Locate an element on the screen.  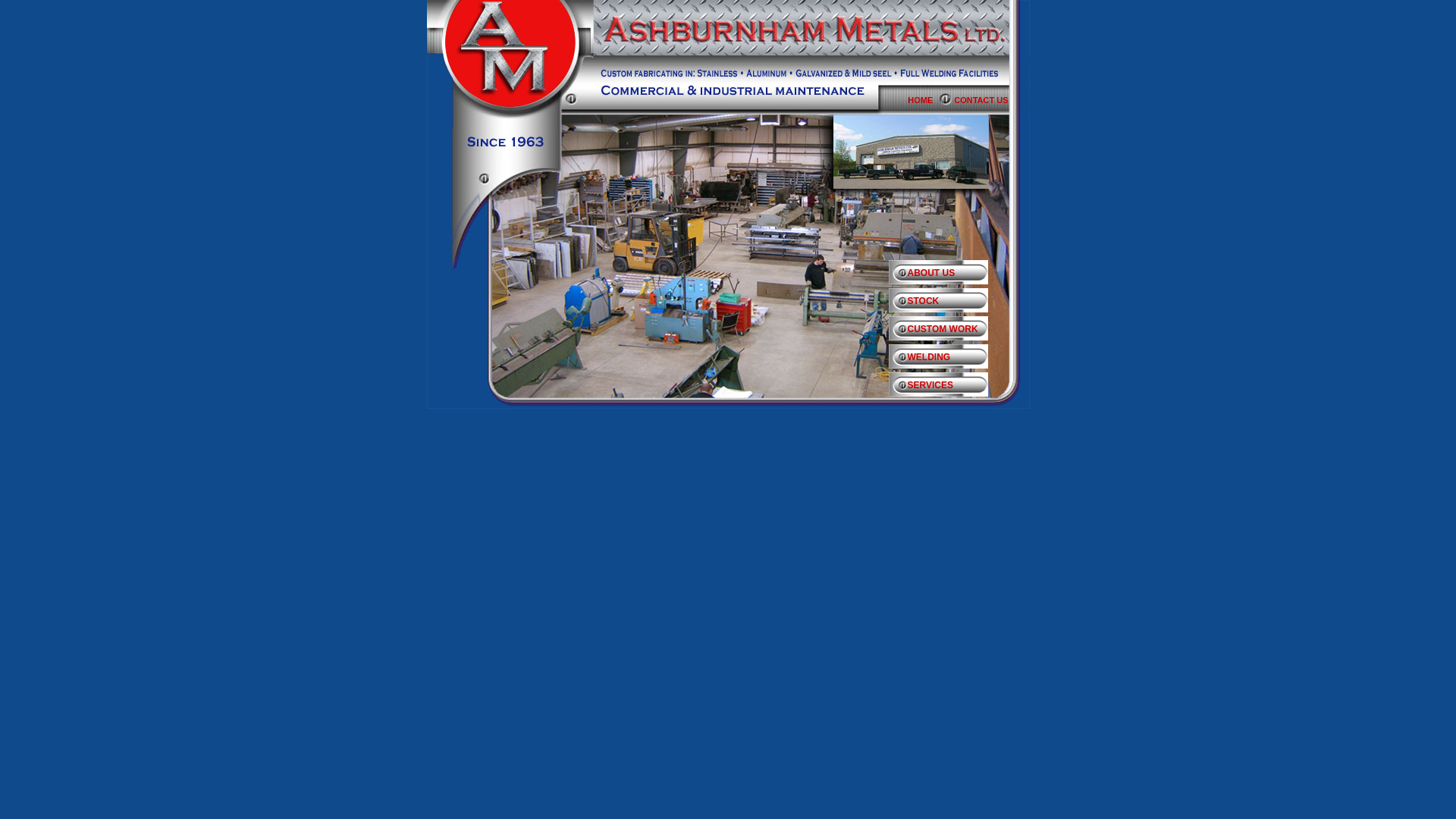
'SERVICES' is located at coordinates (946, 388).